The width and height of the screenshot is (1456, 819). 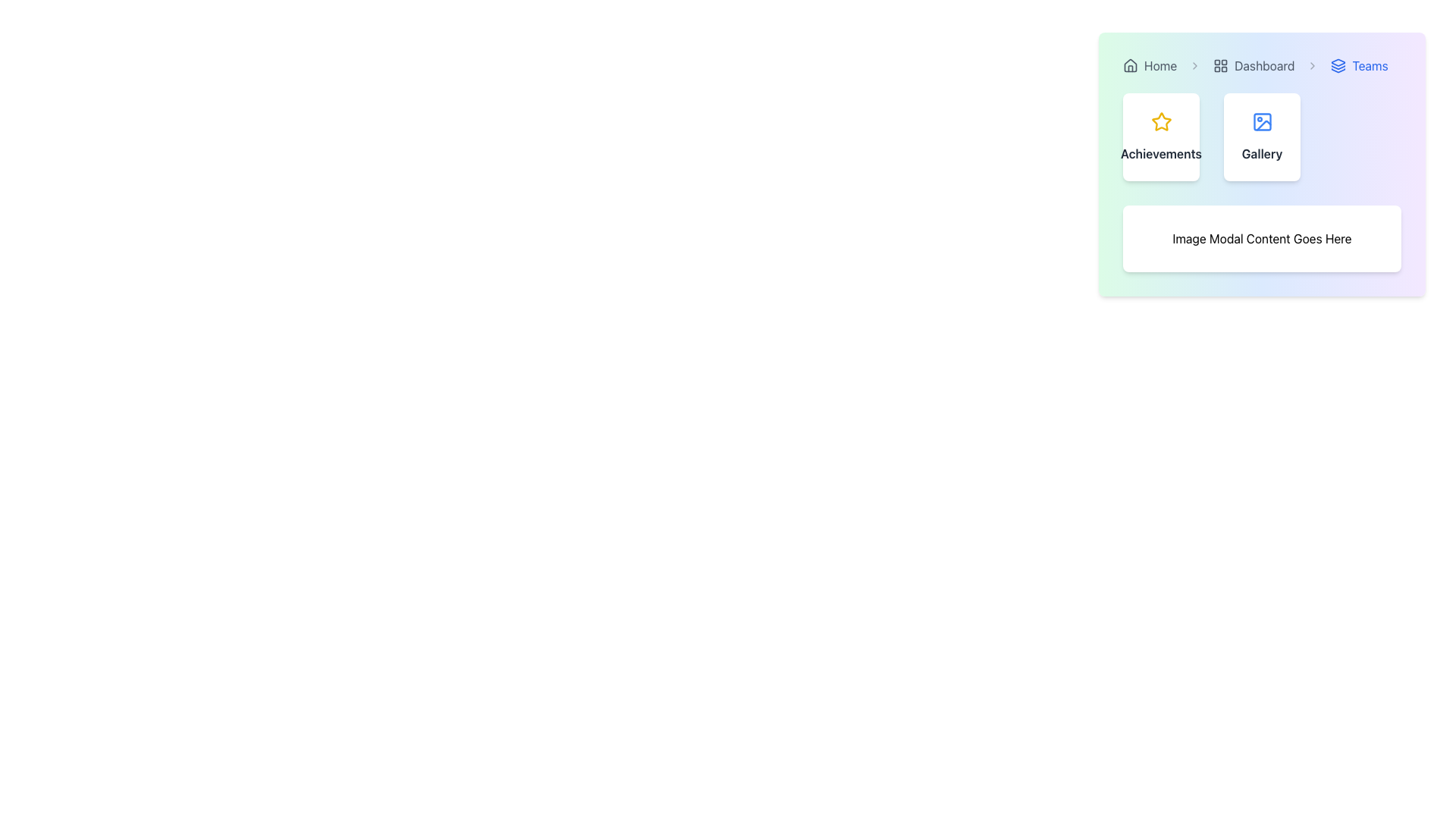 I want to click on the leftmost card representing 'Achievements' in the application, so click(x=1160, y=137).